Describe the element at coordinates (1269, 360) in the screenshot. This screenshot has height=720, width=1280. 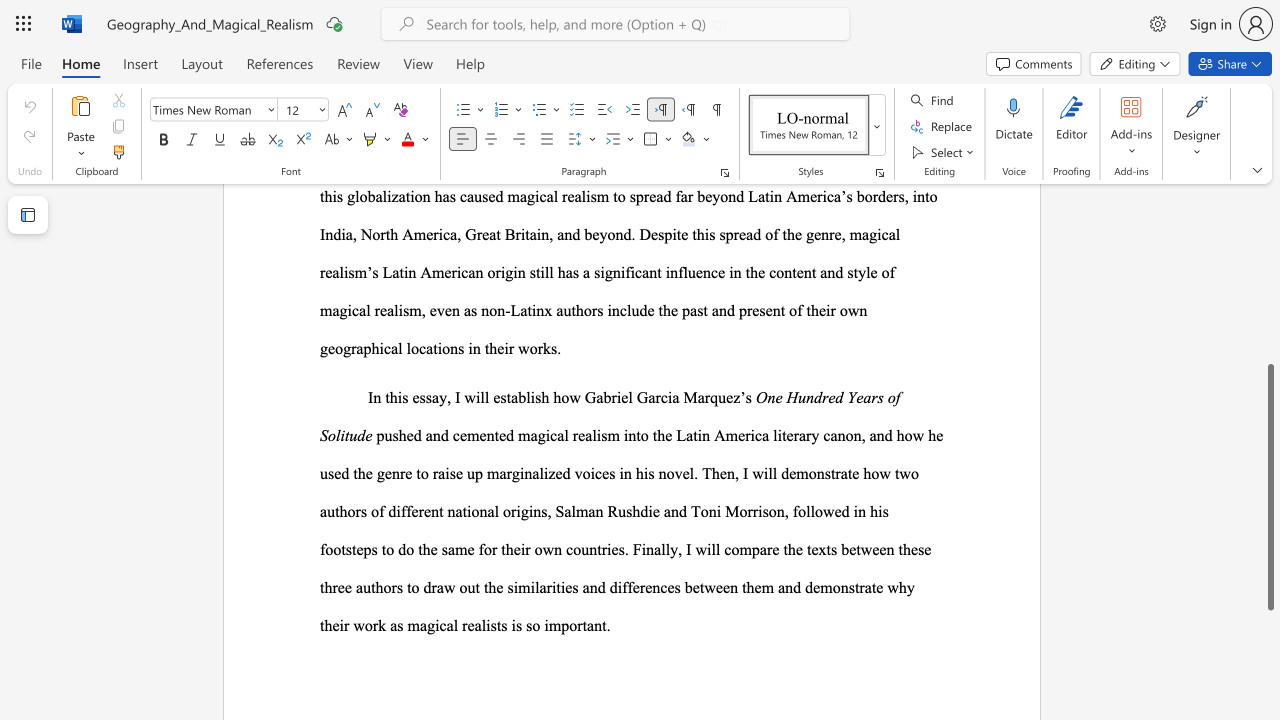
I see `the scrollbar on the right side to scroll the page up` at that location.